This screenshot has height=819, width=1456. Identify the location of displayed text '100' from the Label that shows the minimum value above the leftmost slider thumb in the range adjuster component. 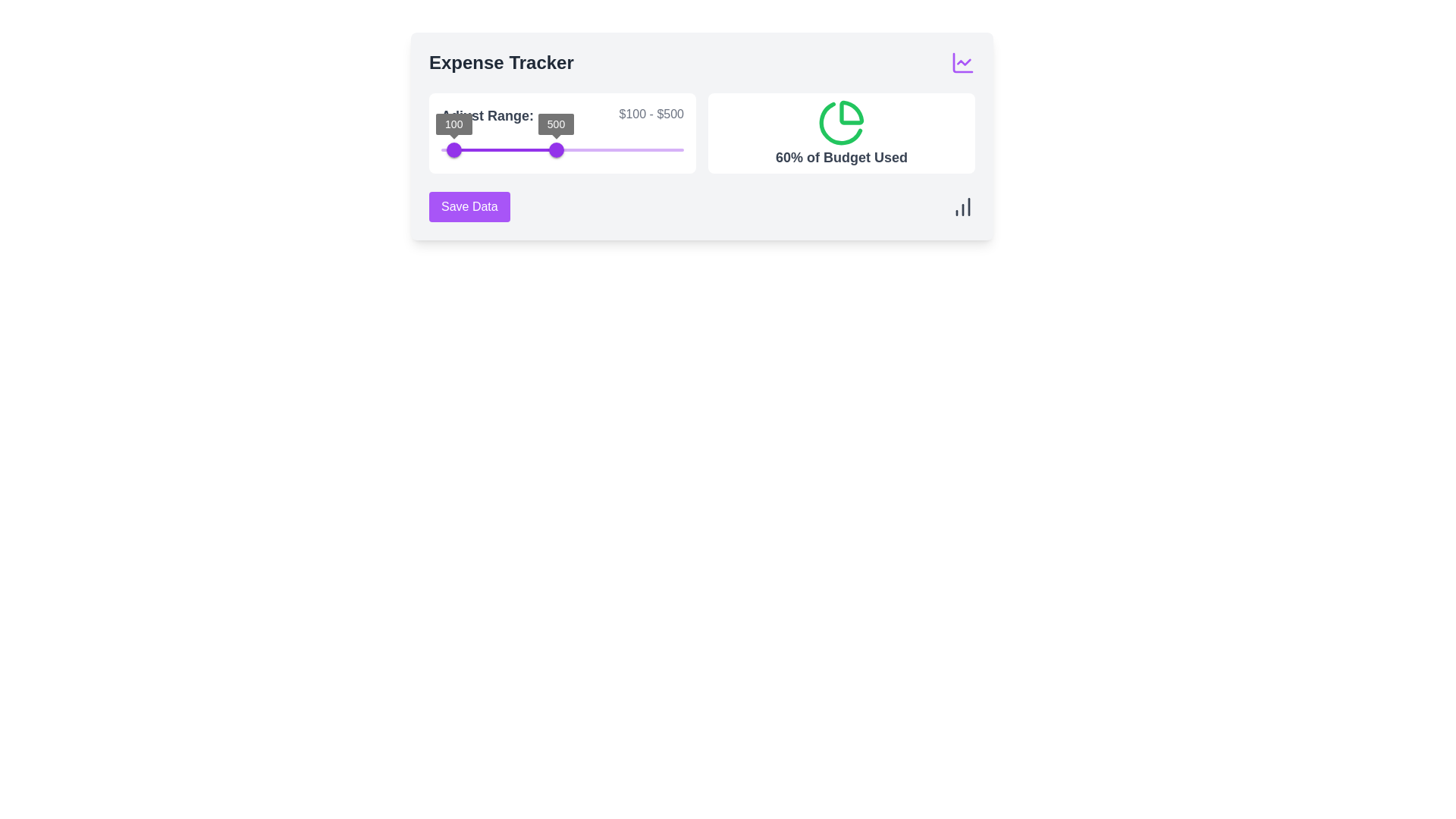
(453, 123).